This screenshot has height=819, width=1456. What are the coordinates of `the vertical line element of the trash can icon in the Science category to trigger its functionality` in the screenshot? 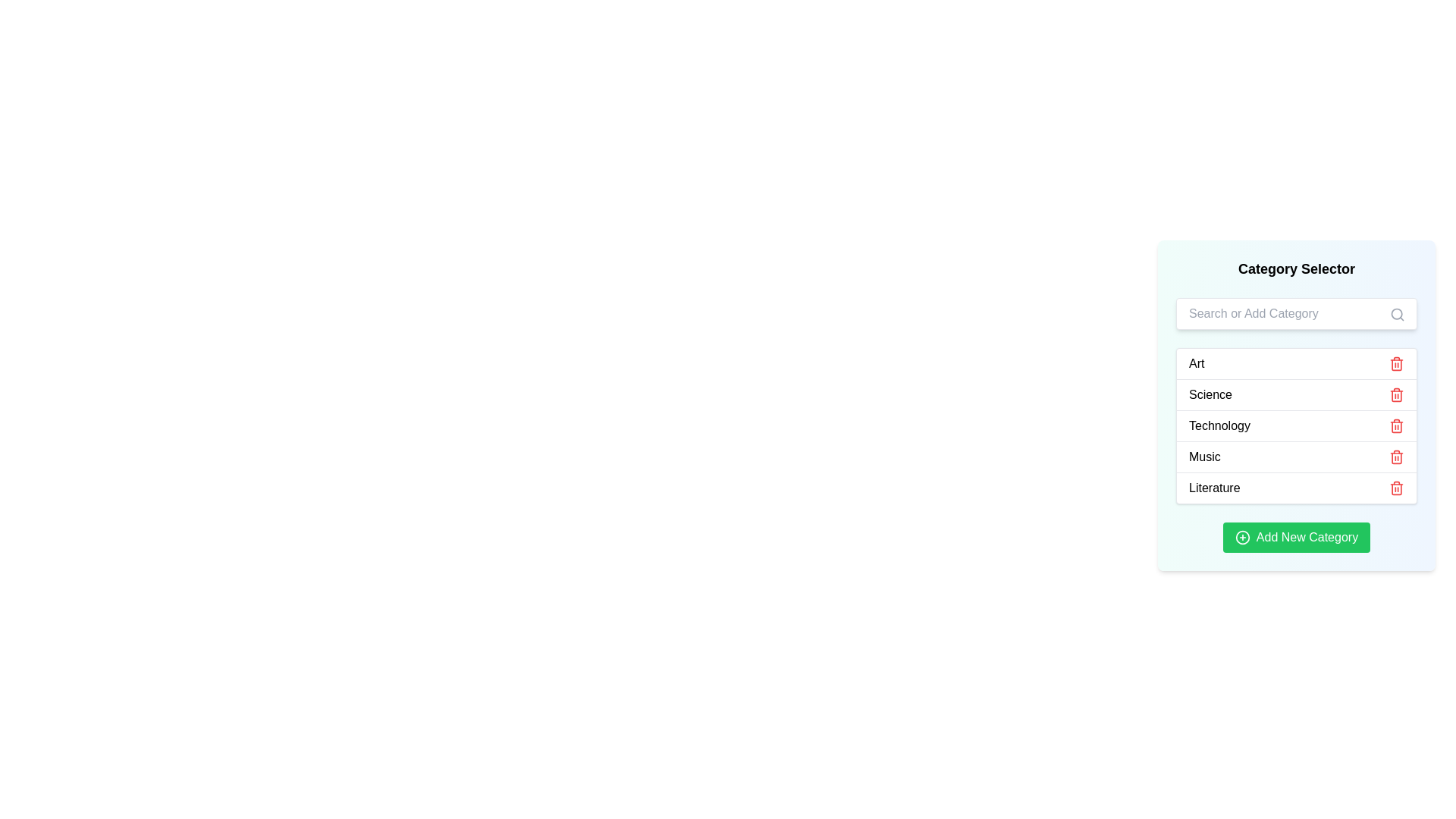 It's located at (1396, 394).